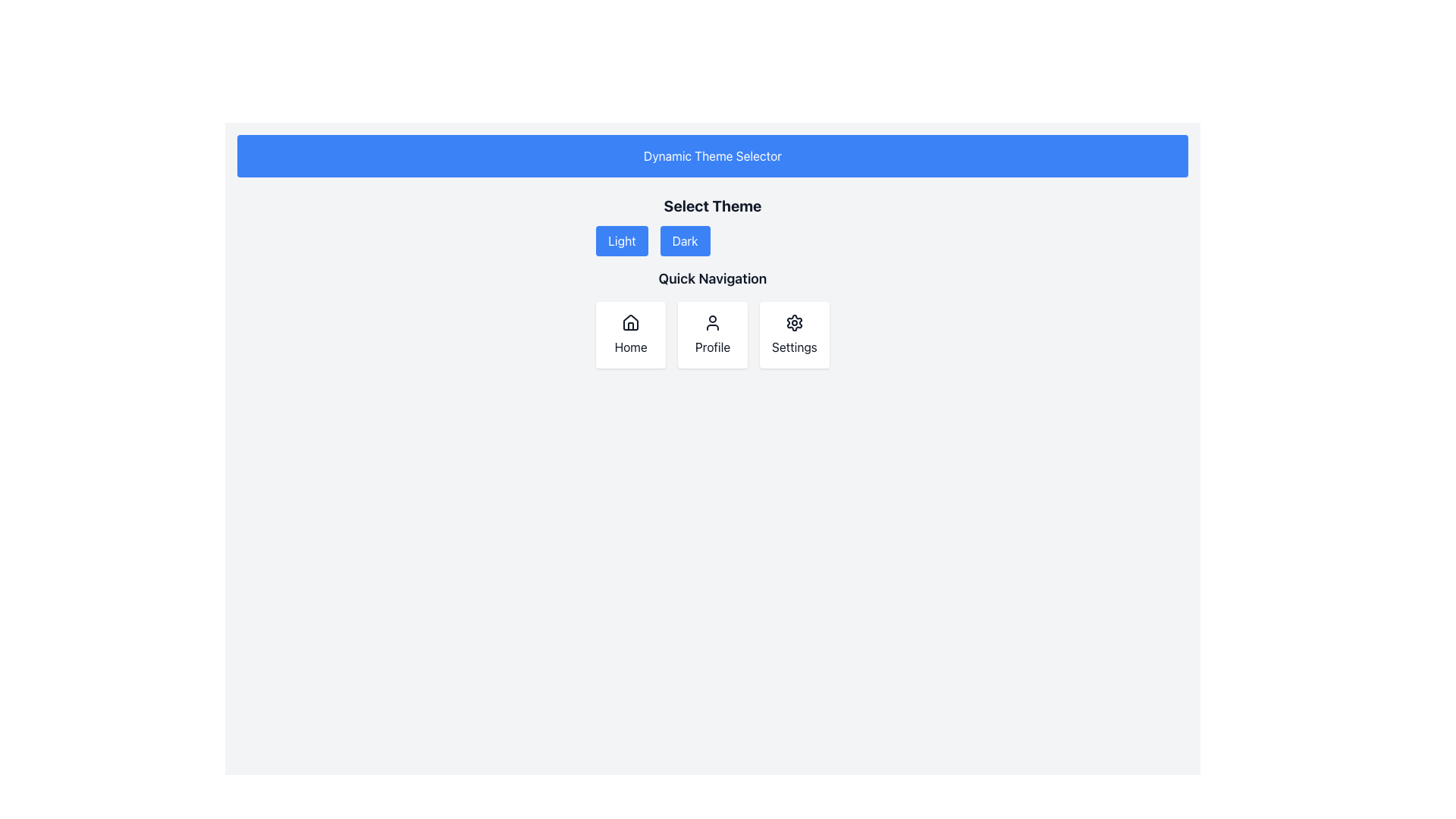 The height and width of the screenshot is (819, 1456). Describe the element at coordinates (631, 322) in the screenshot. I see `house-shaped icon outlined in dark tones, located in the 'Home' card, the first card on the left among three horizontally aligned cards labeled 'Home', 'Profile', and 'Settings'` at that location.